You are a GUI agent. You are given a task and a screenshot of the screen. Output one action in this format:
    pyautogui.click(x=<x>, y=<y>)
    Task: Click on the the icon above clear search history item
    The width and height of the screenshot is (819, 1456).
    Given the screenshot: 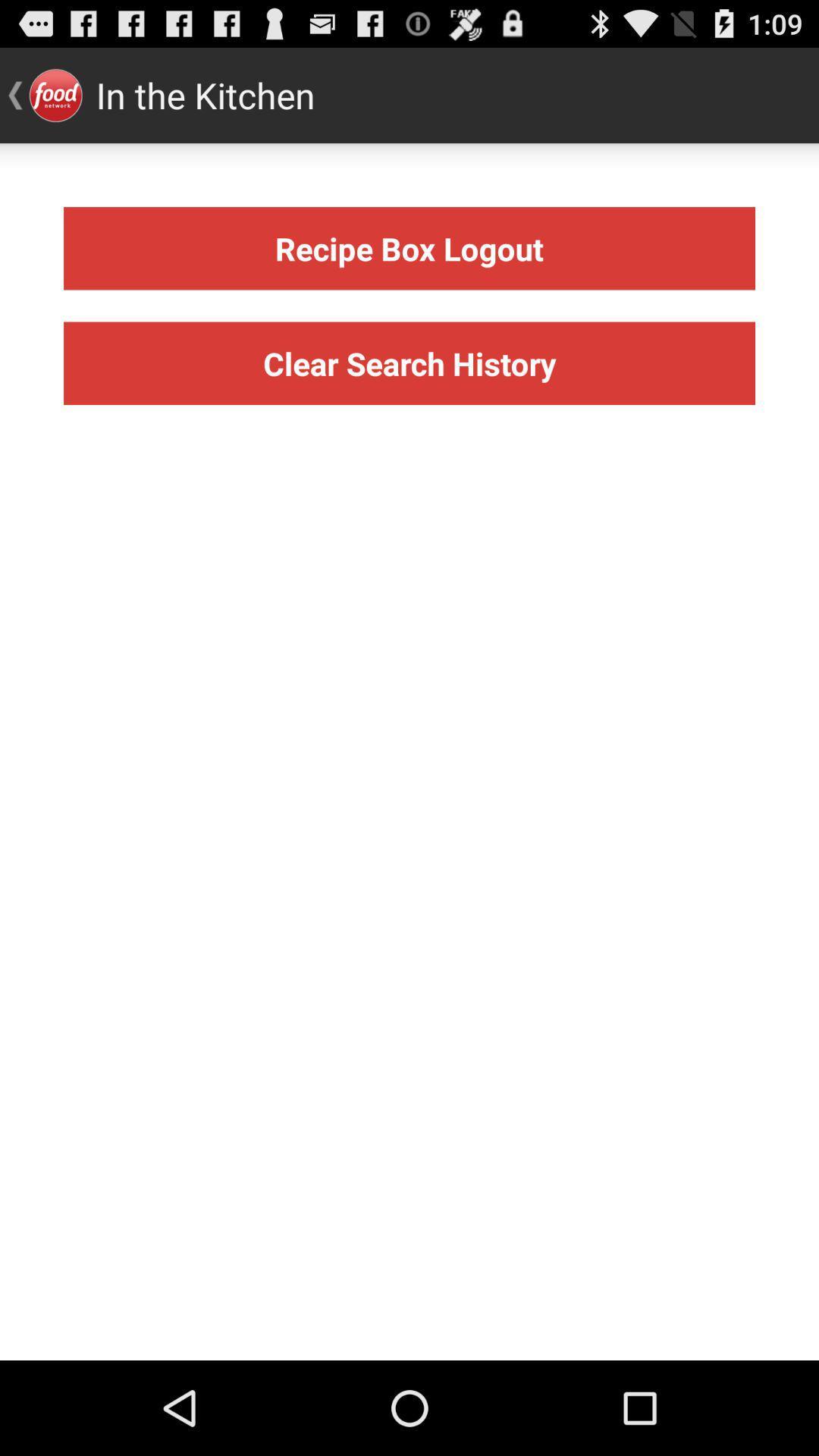 What is the action you would take?
    pyautogui.click(x=409, y=248)
    